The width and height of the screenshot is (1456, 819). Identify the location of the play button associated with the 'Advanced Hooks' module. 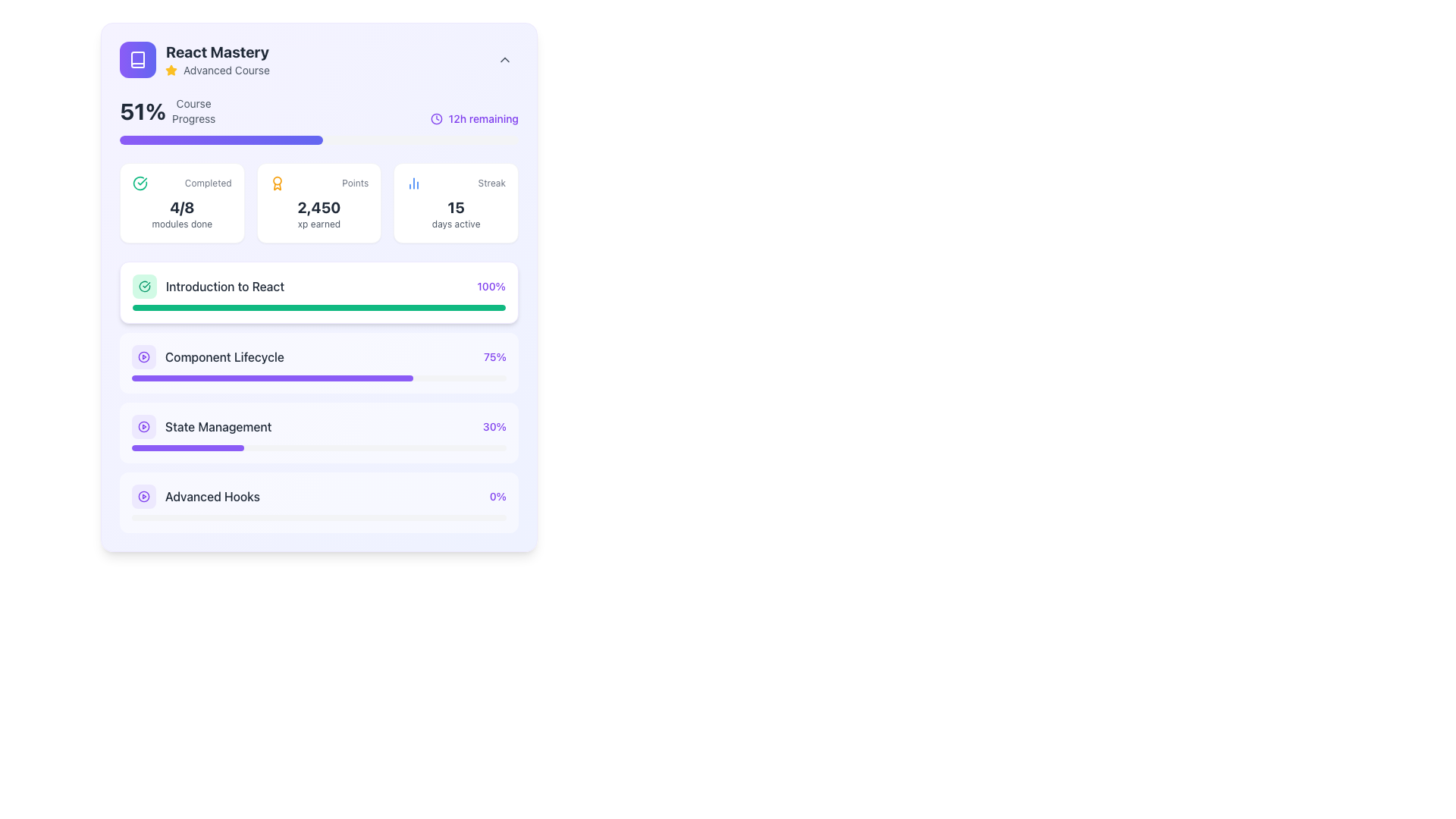
(144, 497).